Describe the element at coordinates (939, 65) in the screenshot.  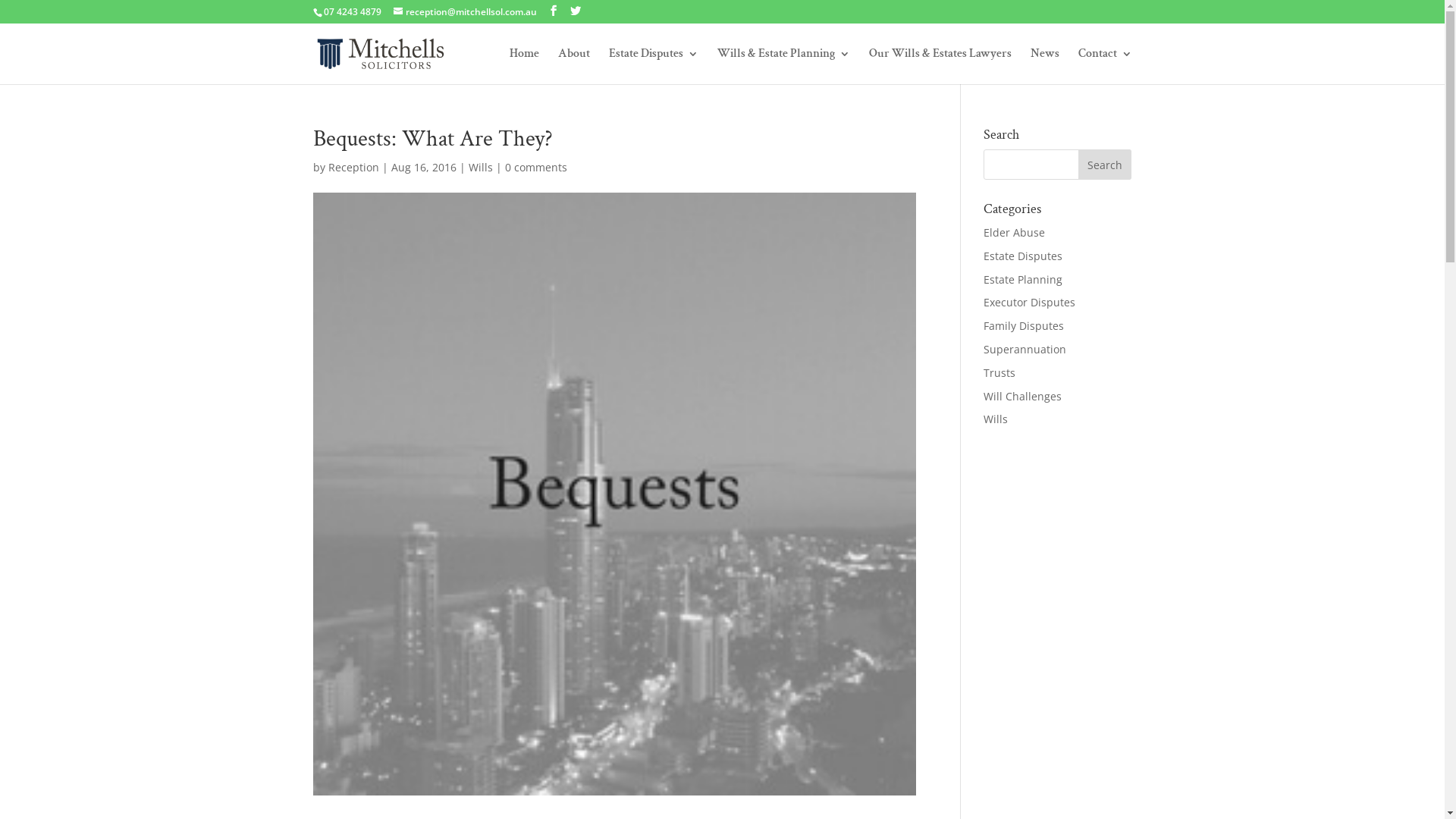
I see `'Our Wills & Estates Lawyers'` at that location.